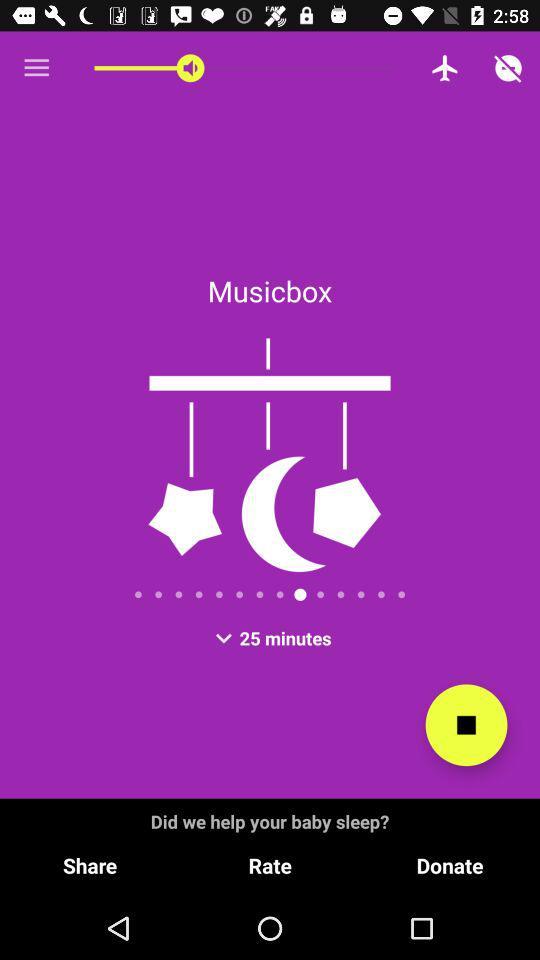  What do you see at coordinates (466, 724) in the screenshot?
I see `pauses music` at bounding box center [466, 724].